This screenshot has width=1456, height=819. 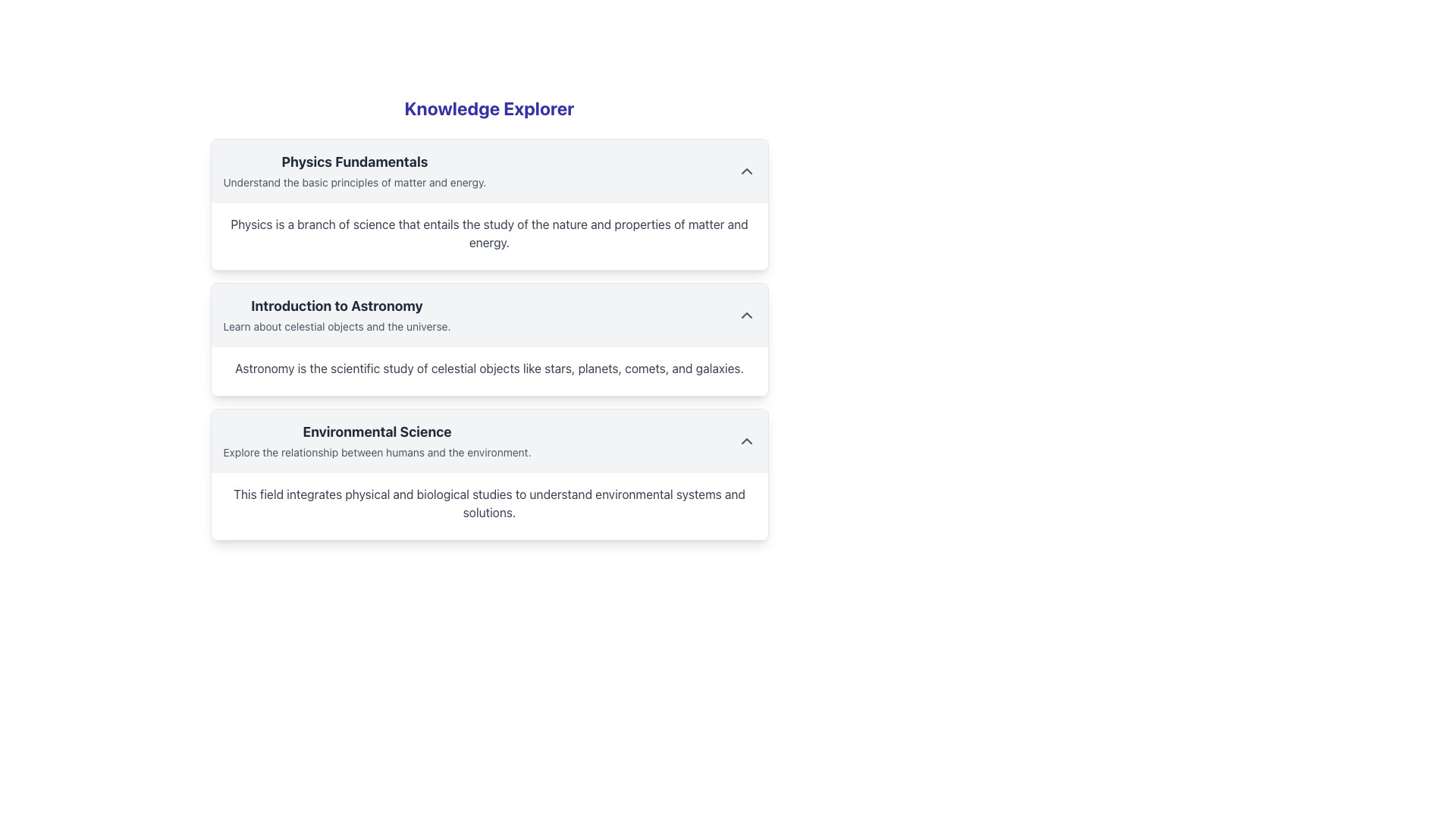 I want to click on the 'Physics Fundamentals' informational card, which is a rectangular card with a white background and rounded corners, located in the 'Knowledge Explorer' section, so click(x=489, y=205).